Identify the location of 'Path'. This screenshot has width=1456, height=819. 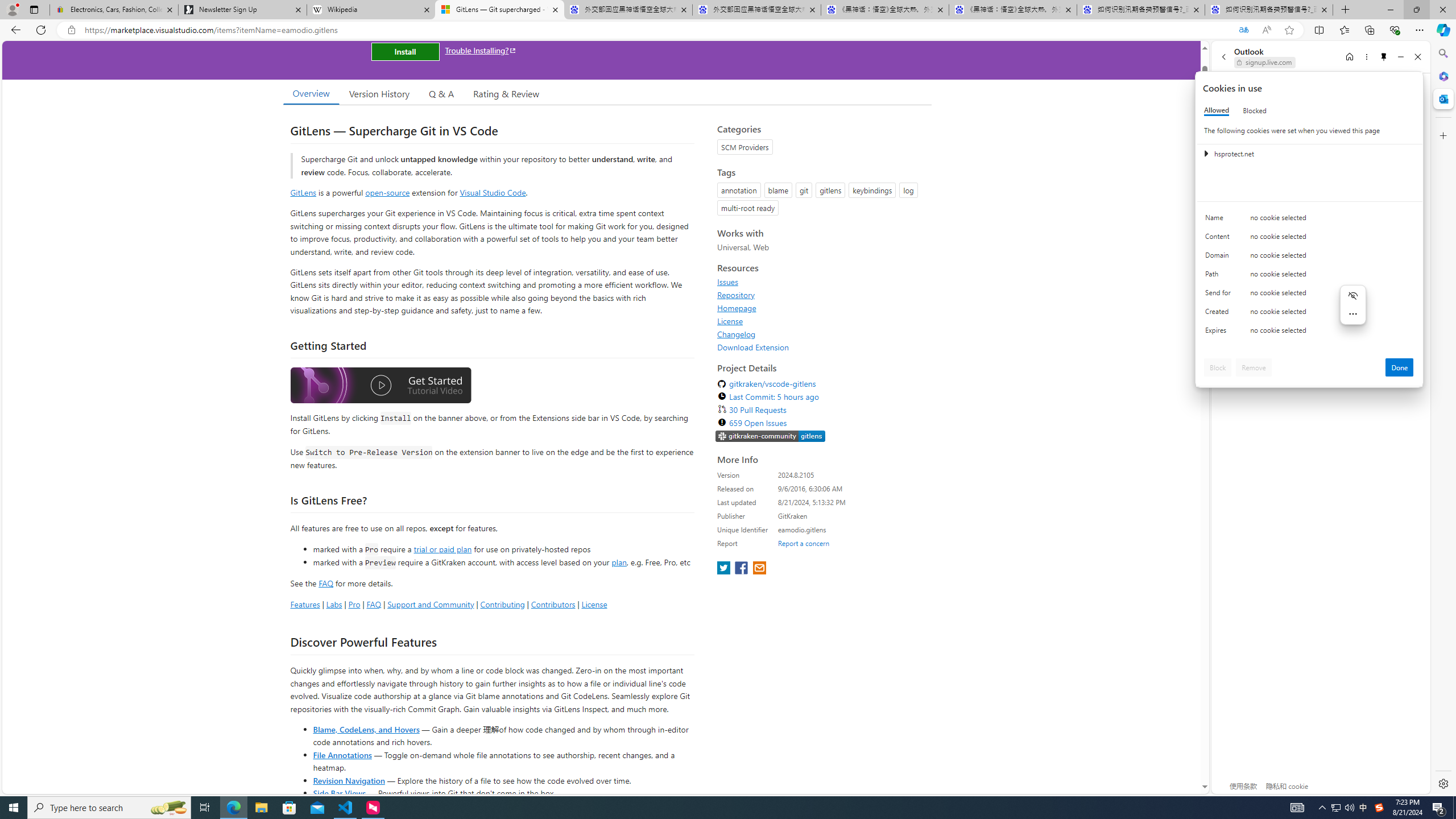
(1219, 276).